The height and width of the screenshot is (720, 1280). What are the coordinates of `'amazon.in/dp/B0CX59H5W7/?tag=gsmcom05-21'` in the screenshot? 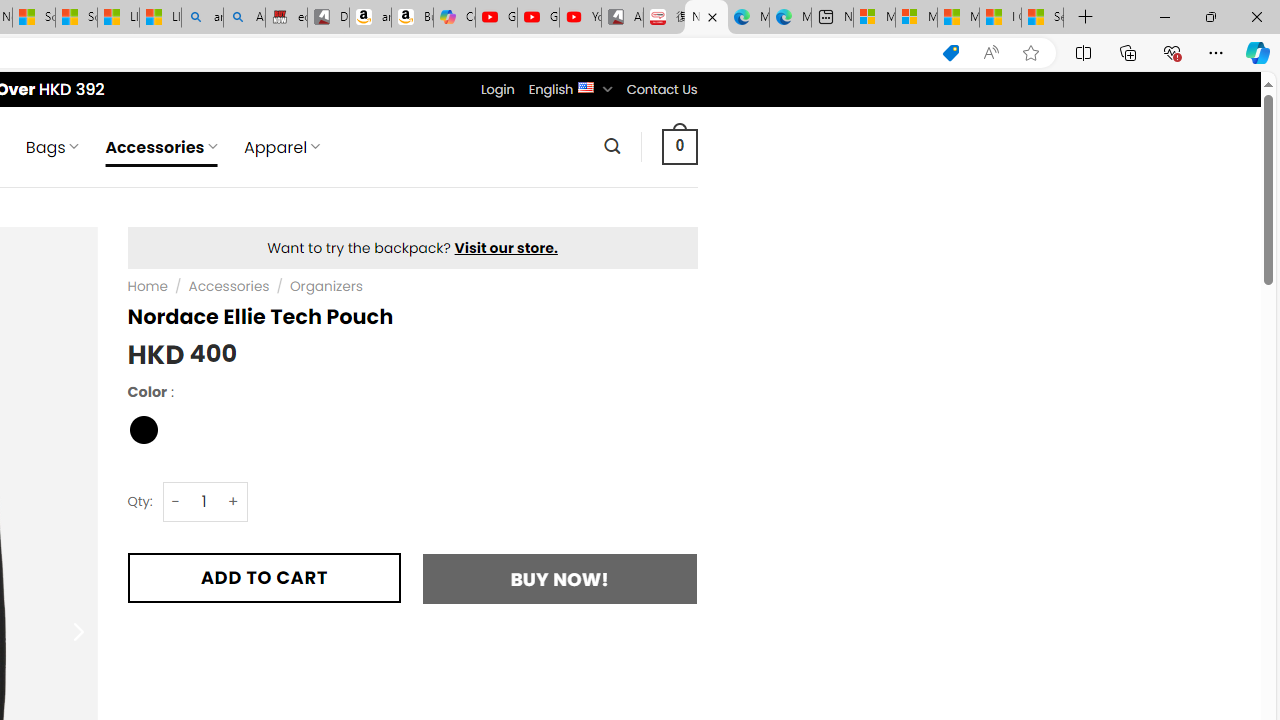 It's located at (369, 17).